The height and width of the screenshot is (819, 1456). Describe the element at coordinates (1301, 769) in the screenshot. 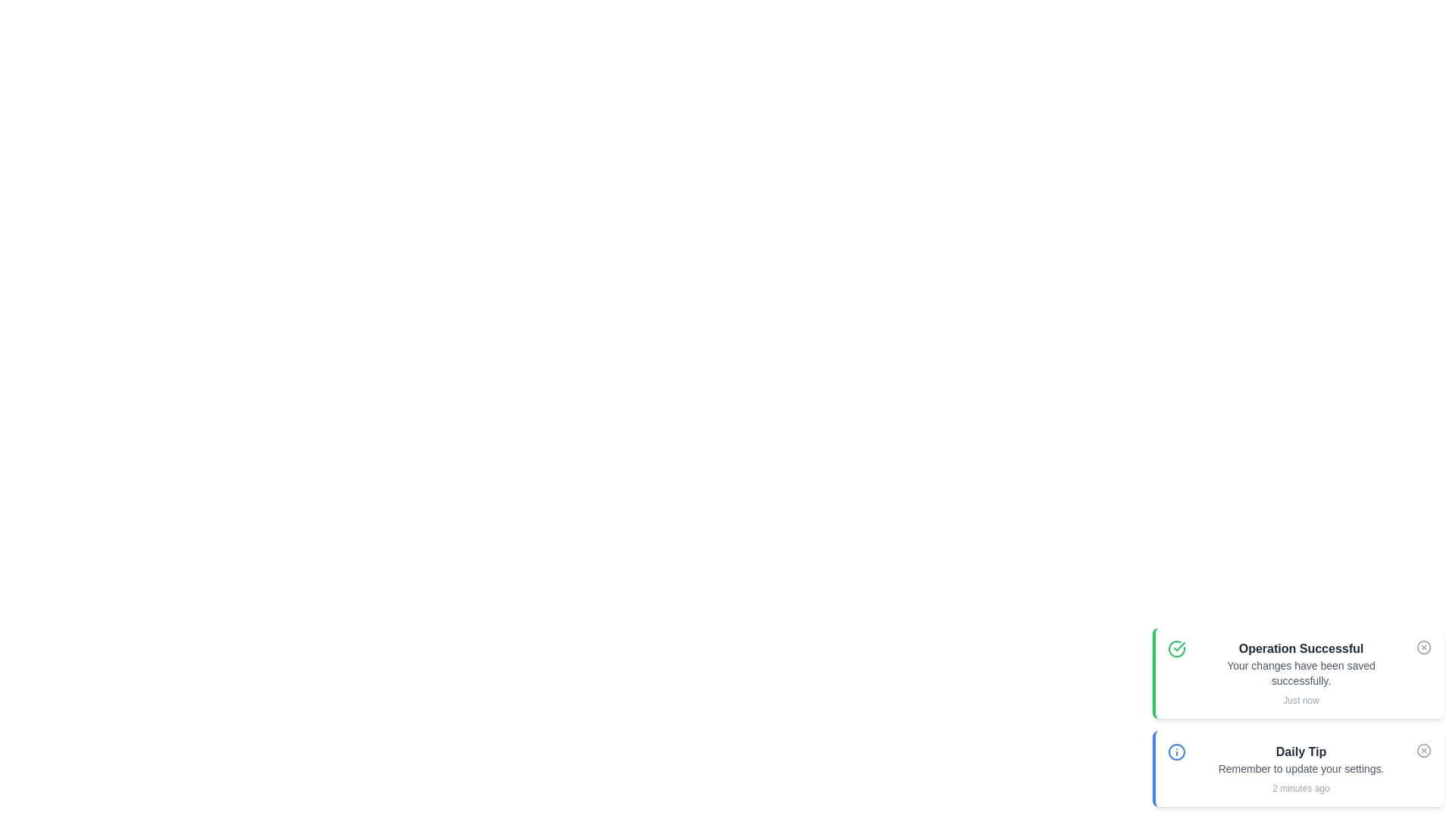

I see `the Text Label that states 'Remember to update your settings.', positioned below the 'Daily Tip' title and above the timestamp '2 minutes ago'` at that location.